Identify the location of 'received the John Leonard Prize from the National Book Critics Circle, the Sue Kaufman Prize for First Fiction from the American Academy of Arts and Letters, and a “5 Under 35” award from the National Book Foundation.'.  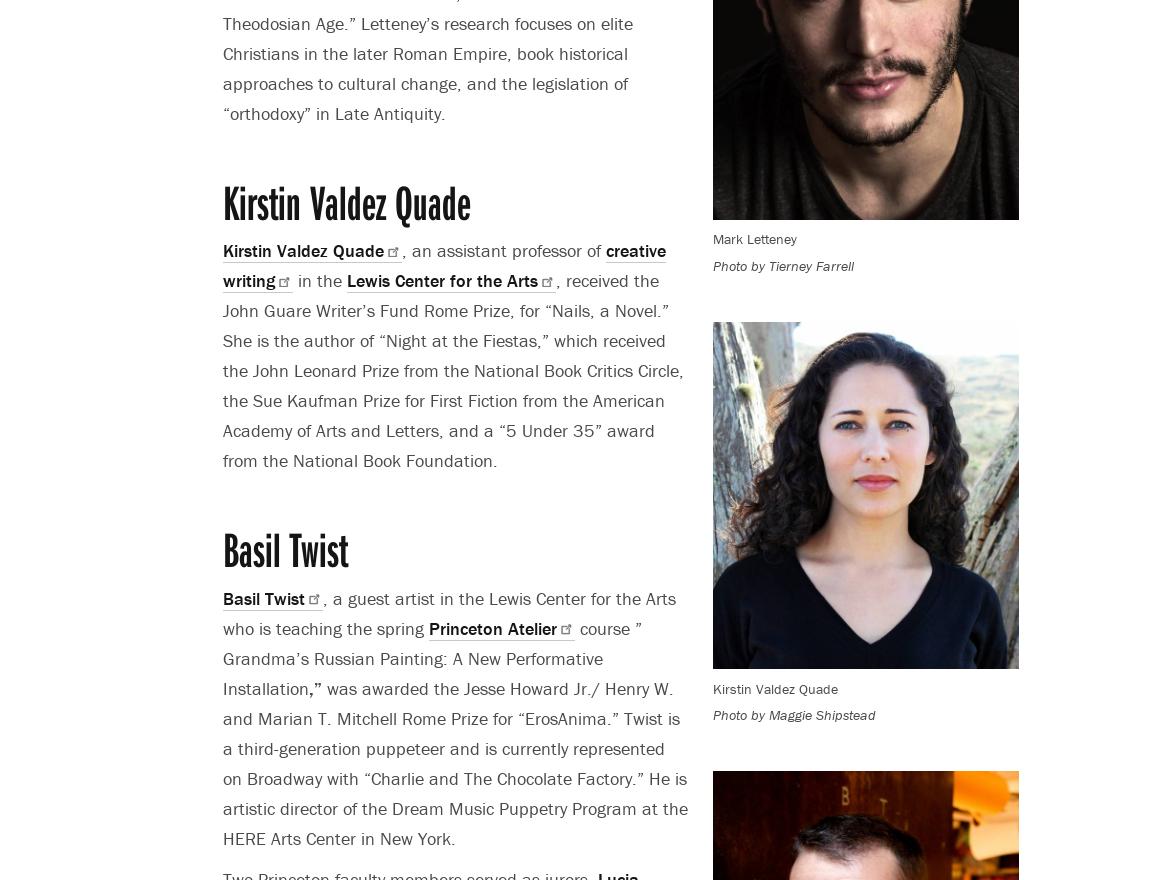
(453, 399).